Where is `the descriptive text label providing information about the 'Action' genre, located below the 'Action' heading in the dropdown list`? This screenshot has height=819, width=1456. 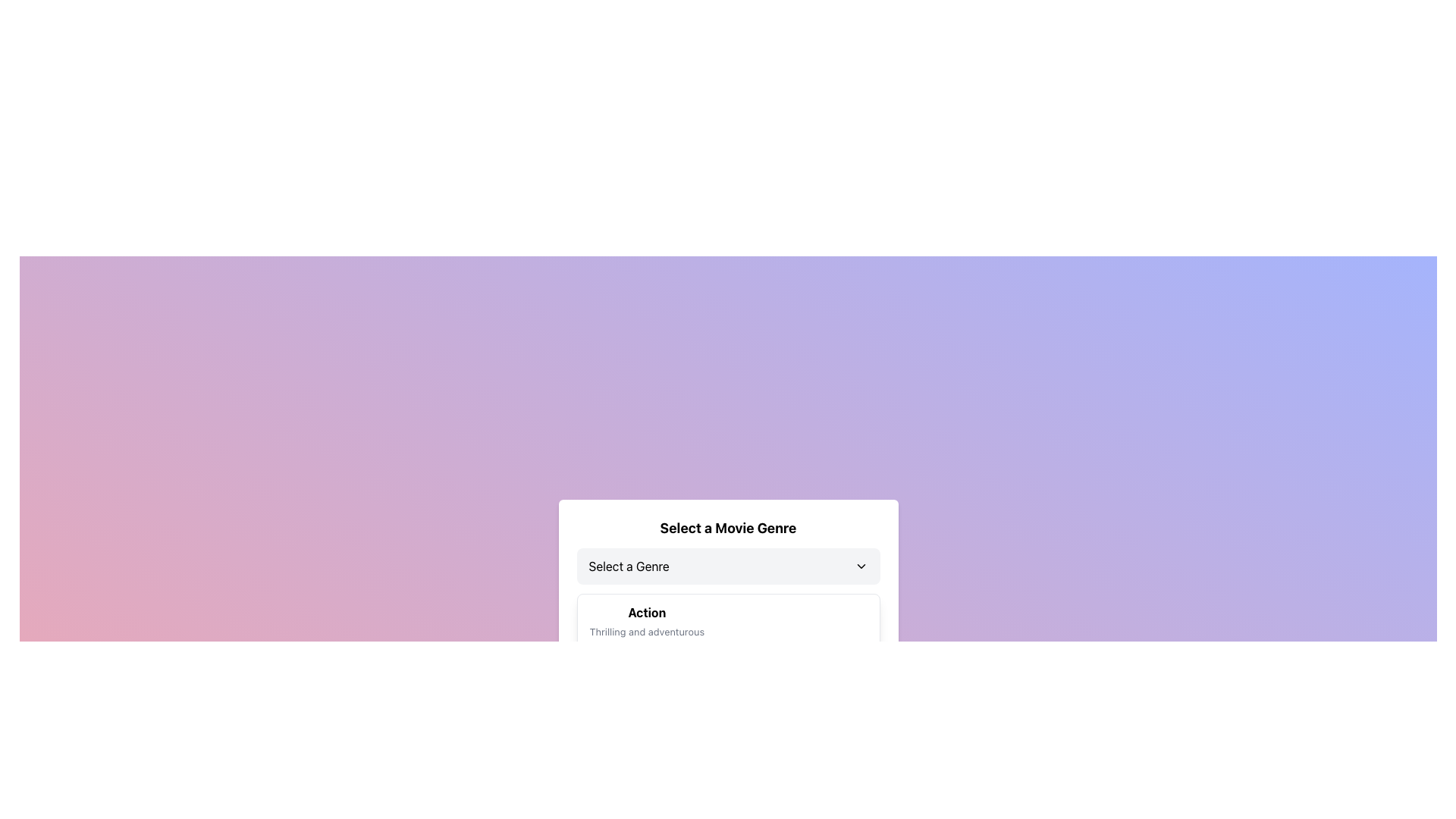 the descriptive text label providing information about the 'Action' genre, located below the 'Action' heading in the dropdown list is located at coordinates (647, 632).